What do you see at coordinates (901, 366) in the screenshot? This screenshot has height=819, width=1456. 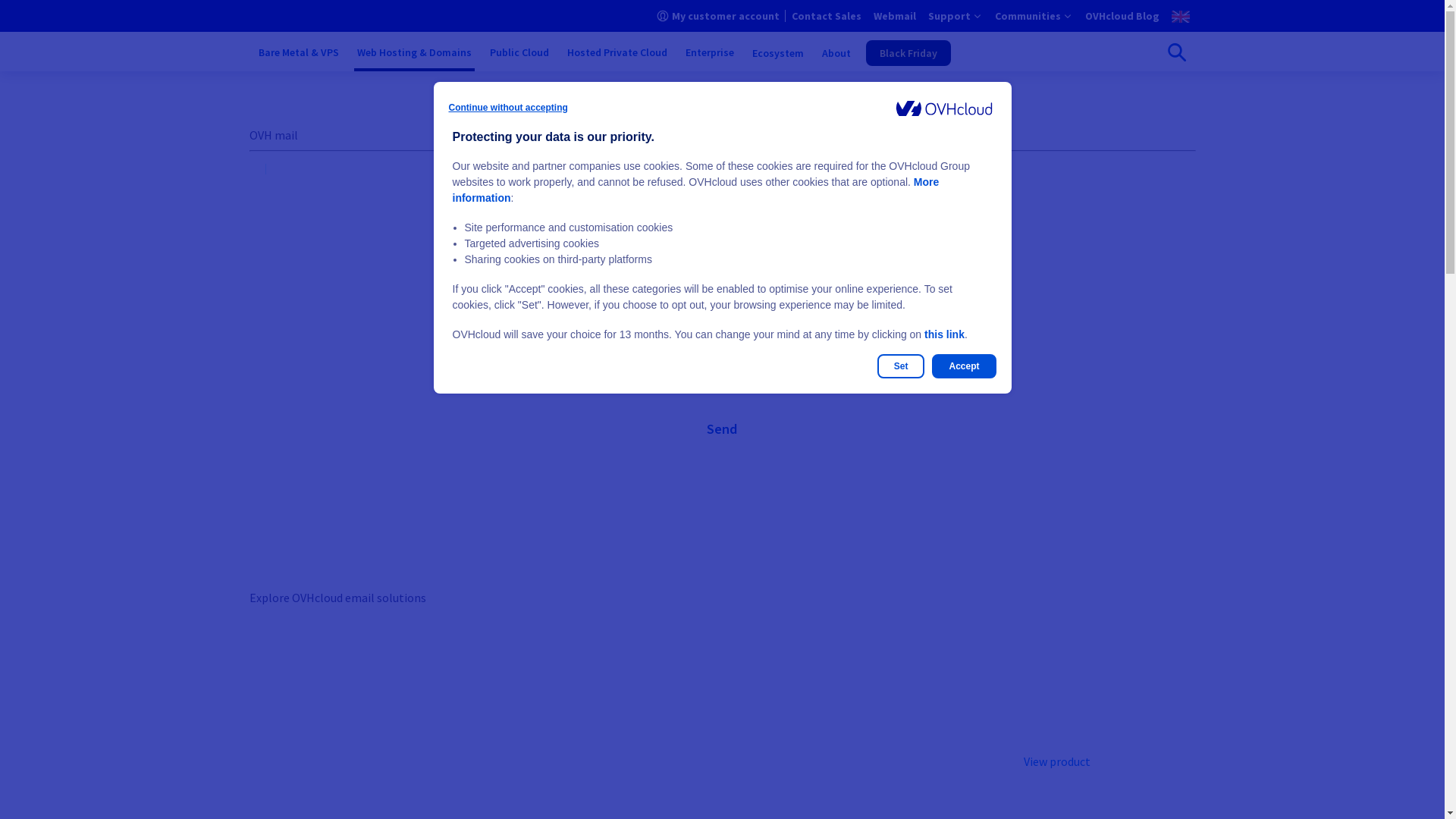 I see `'Set'` at bounding box center [901, 366].